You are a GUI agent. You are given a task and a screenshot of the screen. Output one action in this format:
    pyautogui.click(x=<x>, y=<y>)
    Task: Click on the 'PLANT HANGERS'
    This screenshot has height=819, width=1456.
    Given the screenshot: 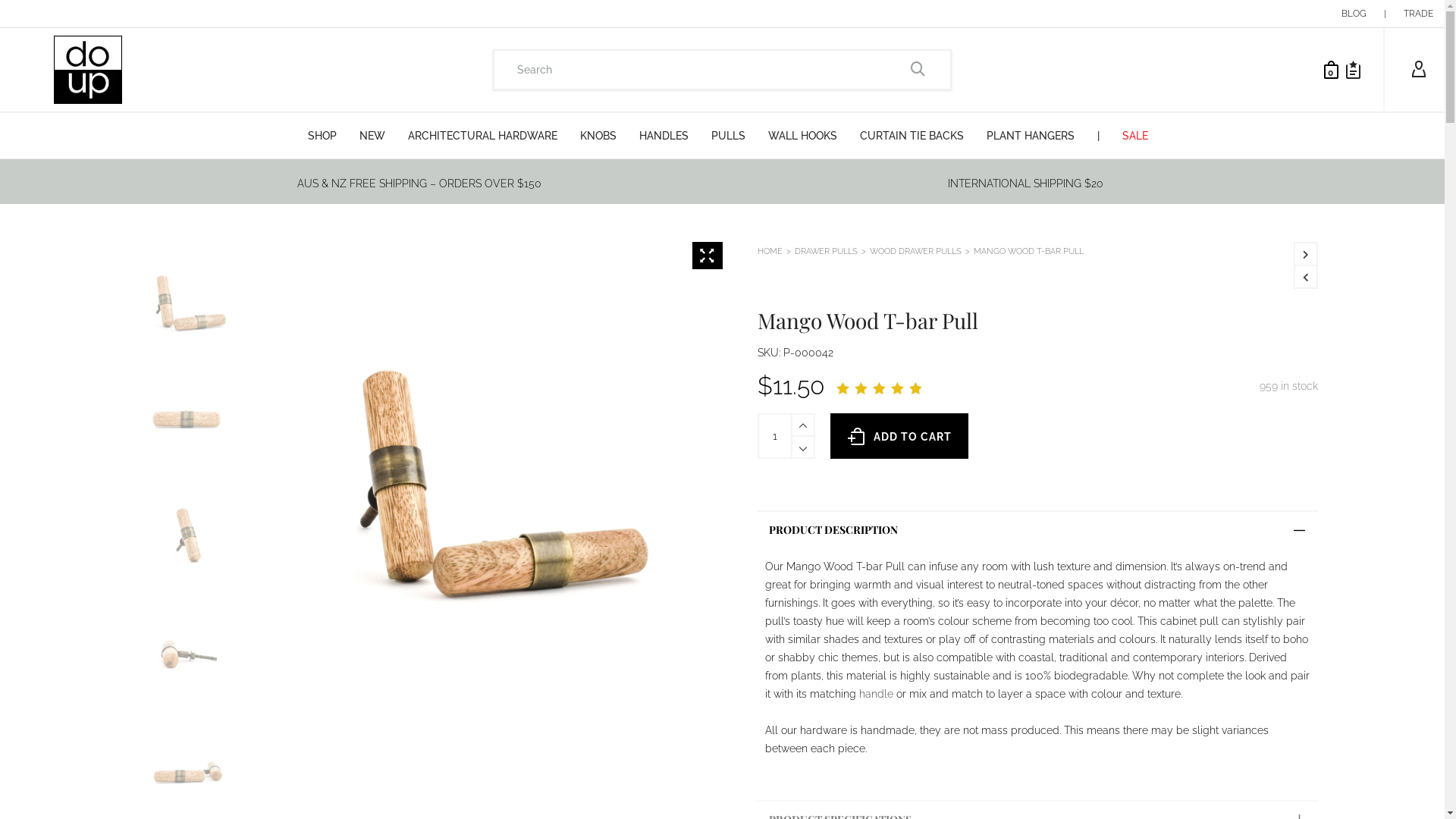 What is the action you would take?
    pyautogui.click(x=975, y=134)
    